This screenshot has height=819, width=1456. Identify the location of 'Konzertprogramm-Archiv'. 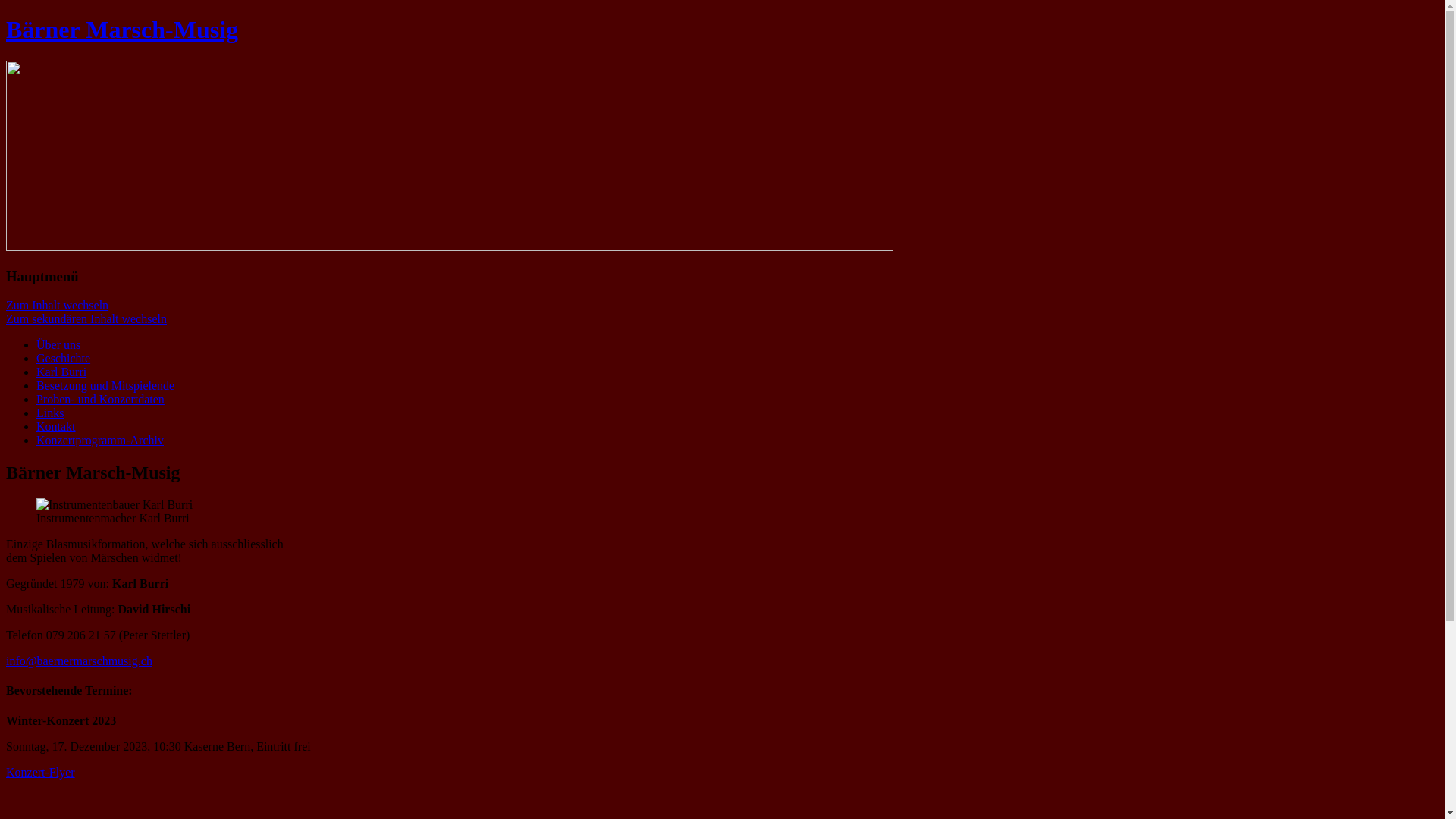
(36, 440).